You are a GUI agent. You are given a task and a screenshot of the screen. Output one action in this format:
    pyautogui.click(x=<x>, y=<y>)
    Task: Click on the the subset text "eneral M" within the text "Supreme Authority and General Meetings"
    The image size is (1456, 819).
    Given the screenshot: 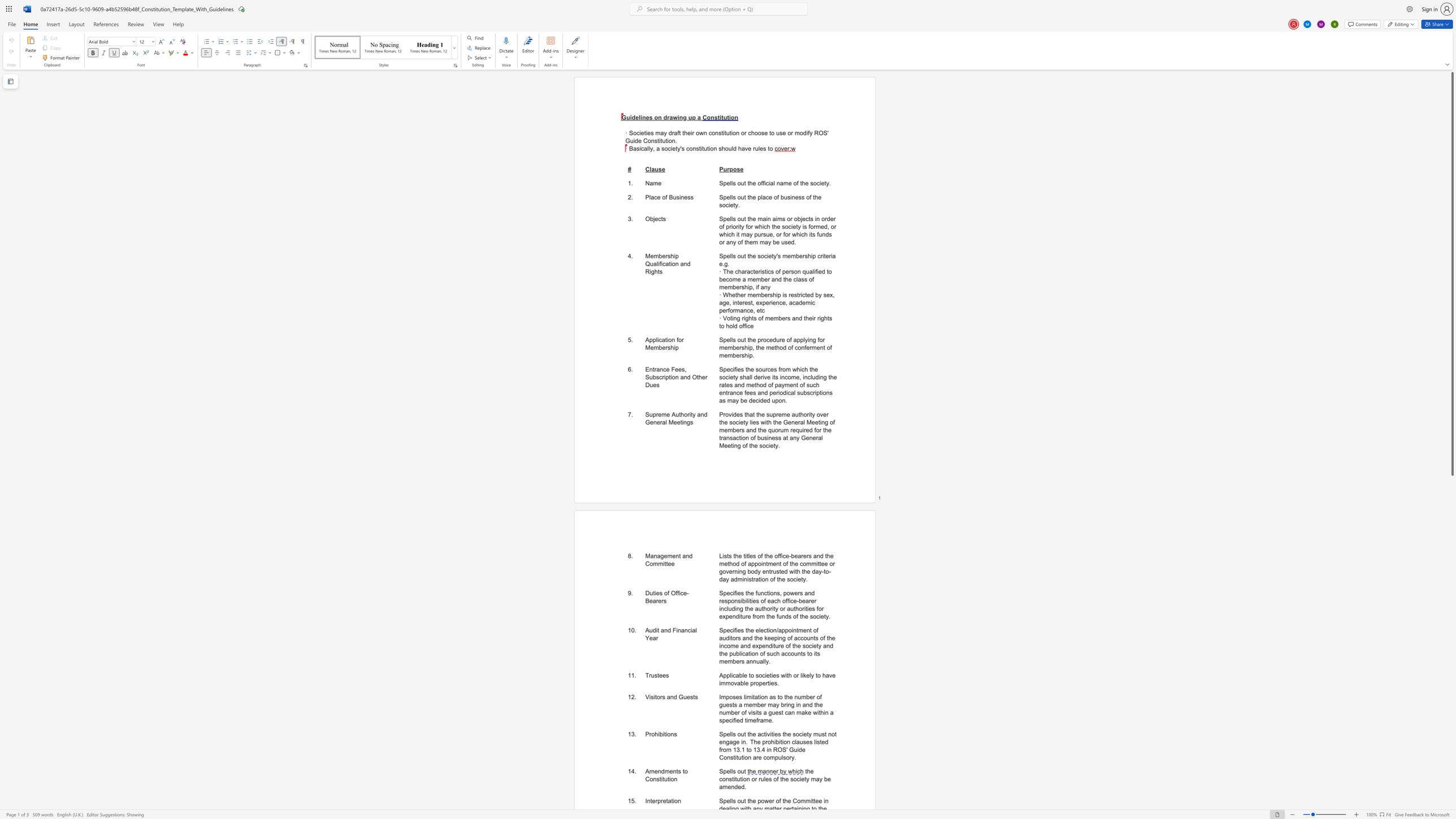 What is the action you would take?
    pyautogui.click(x=649, y=422)
    